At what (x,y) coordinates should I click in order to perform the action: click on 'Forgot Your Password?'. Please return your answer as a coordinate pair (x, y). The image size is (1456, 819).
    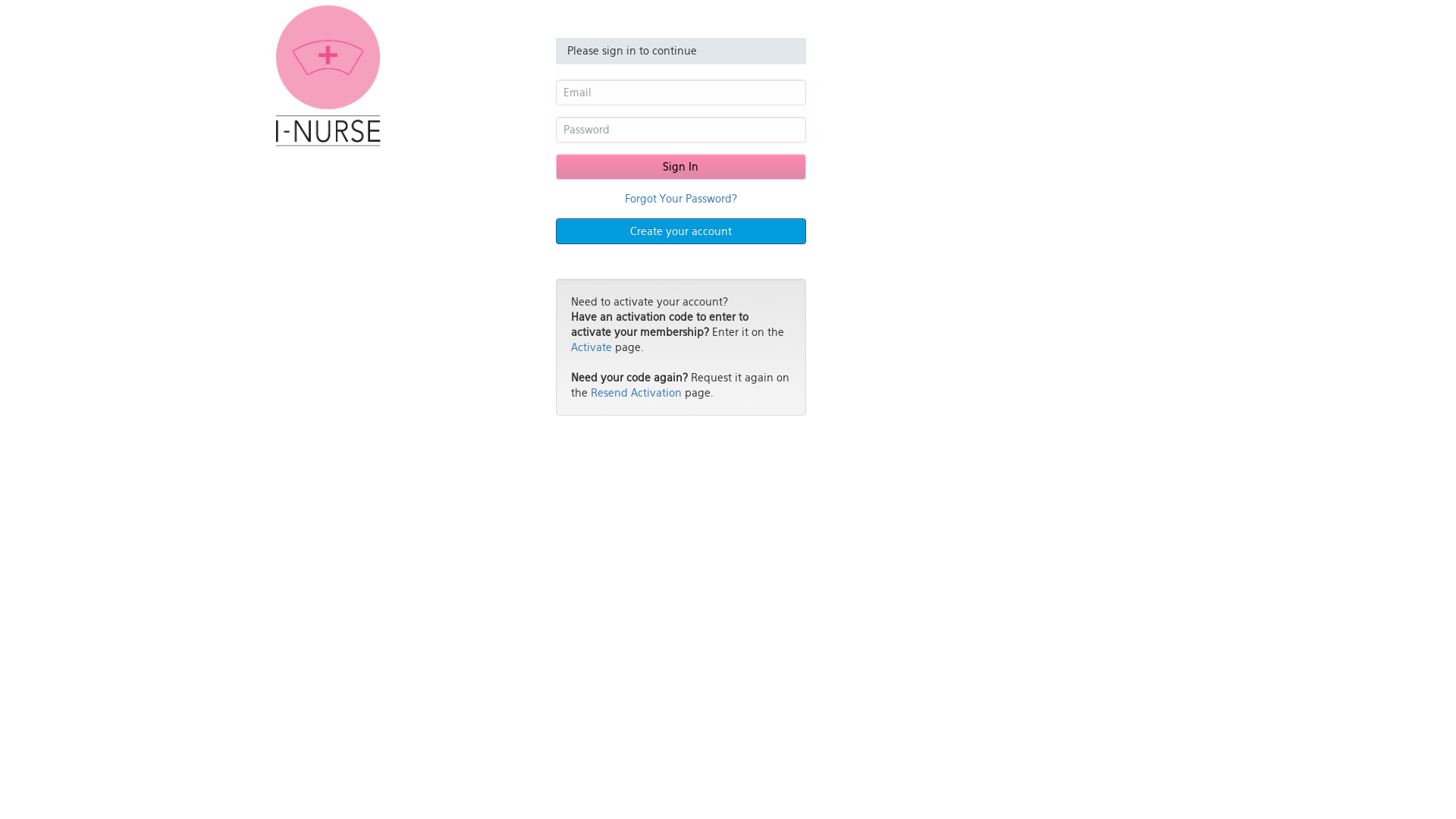
    Looking at the image, I should click on (679, 198).